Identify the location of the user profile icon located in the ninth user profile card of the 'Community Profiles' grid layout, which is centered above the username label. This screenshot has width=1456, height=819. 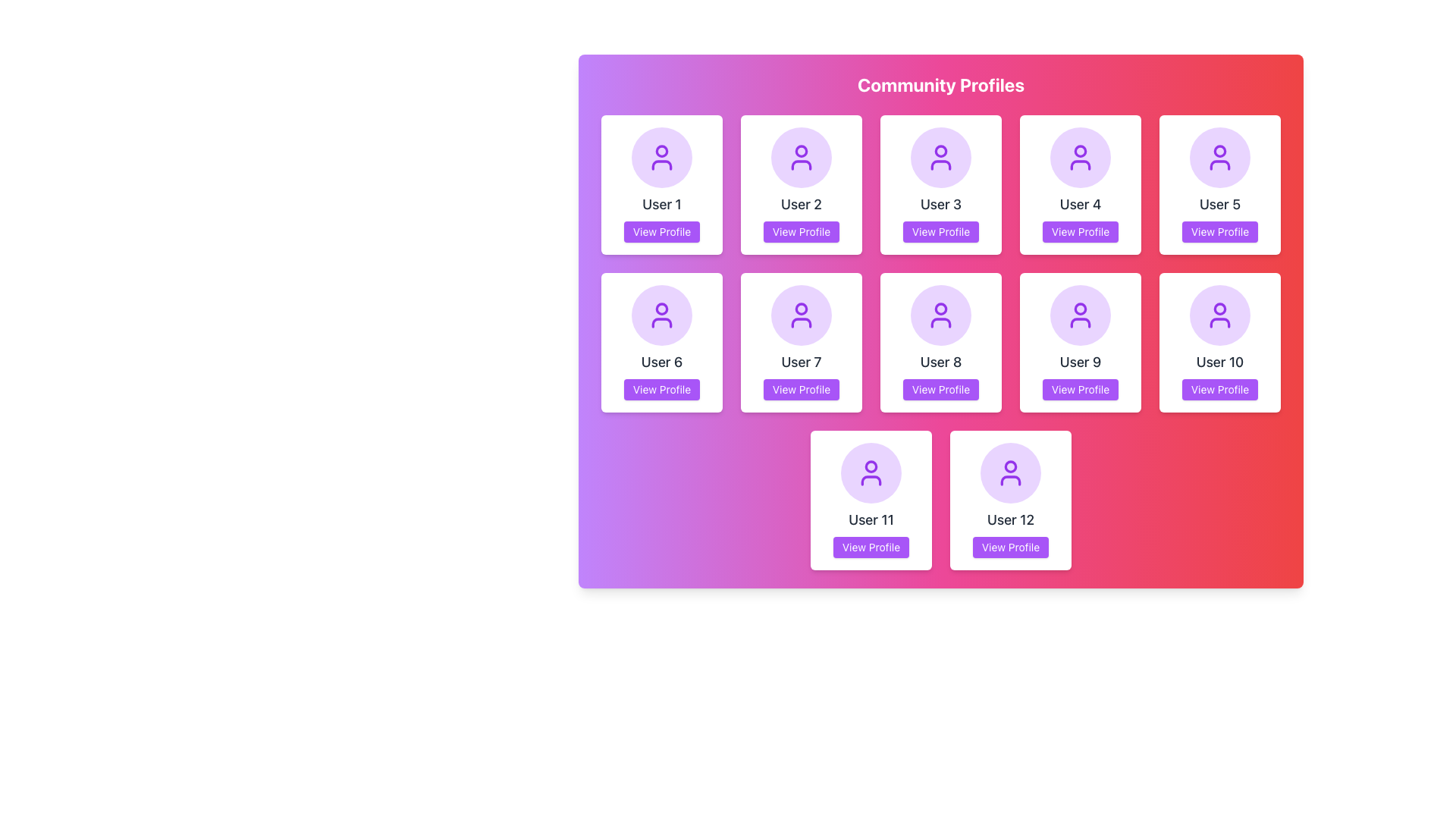
(1080, 315).